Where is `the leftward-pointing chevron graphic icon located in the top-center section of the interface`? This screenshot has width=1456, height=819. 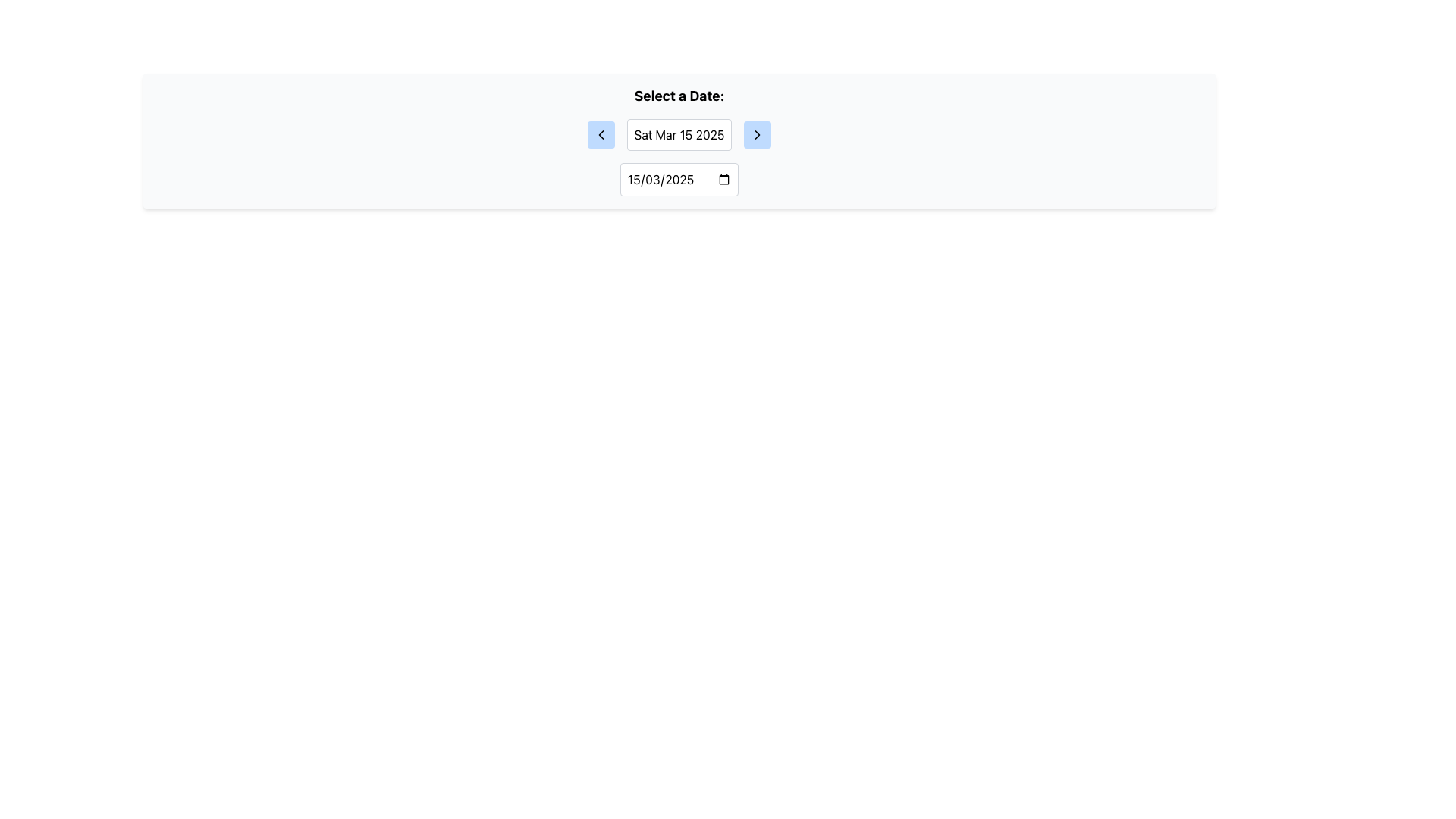 the leftward-pointing chevron graphic icon located in the top-center section of the interface is located at coordinates (601, 133).